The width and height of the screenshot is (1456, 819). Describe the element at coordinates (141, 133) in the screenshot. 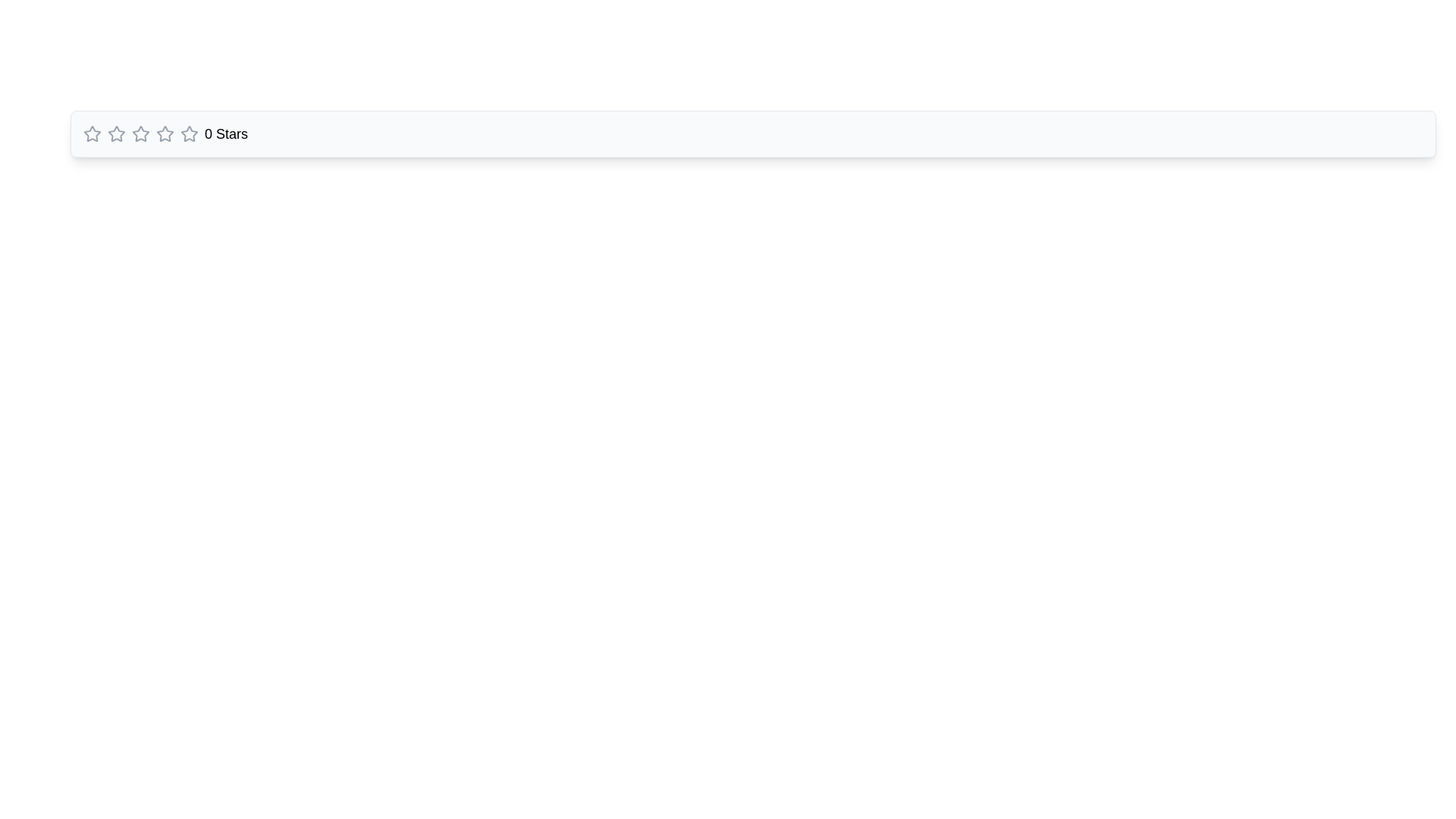

I see `the second star icon in the star rating component to assign a rating` at that location.